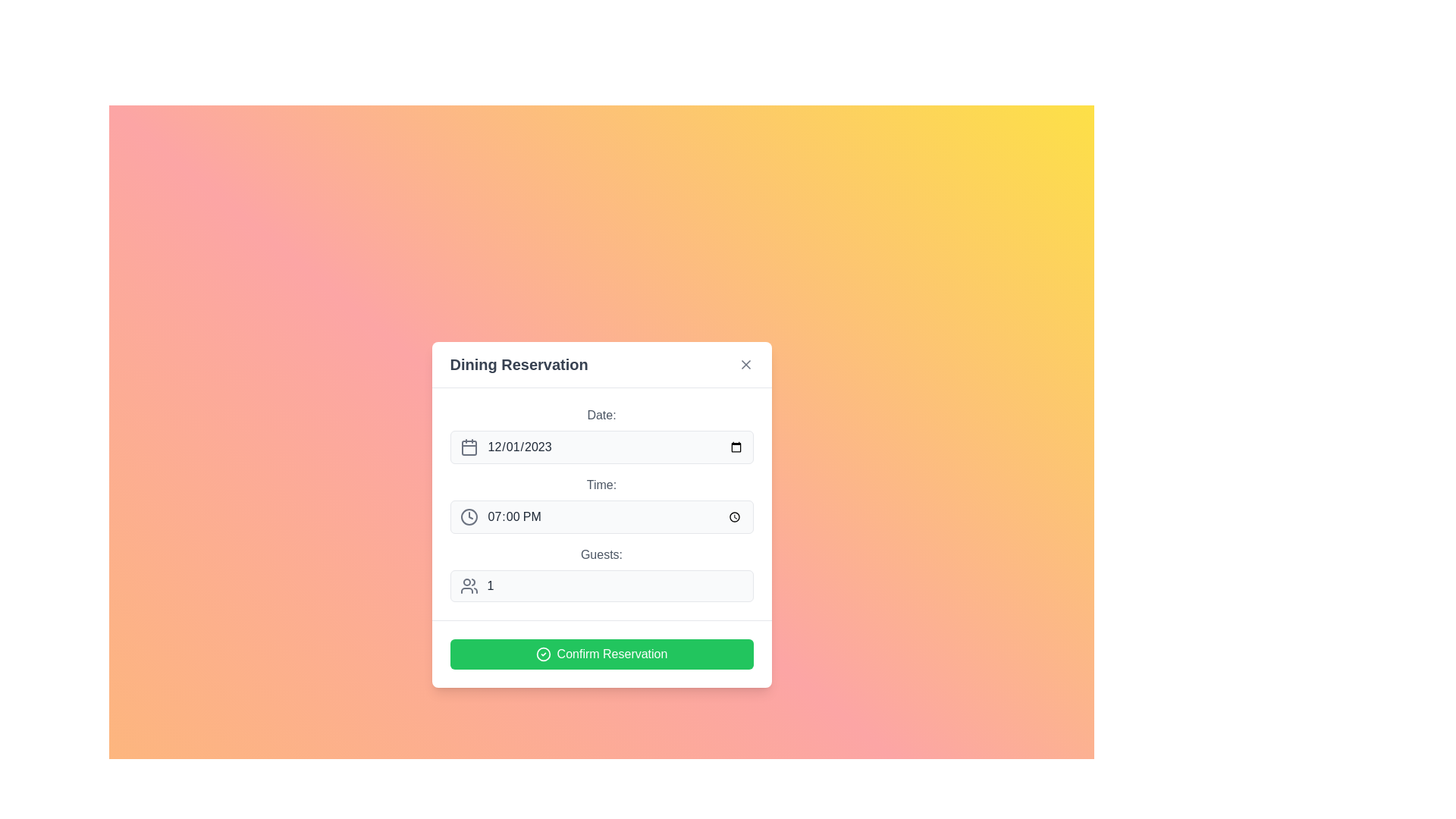 This screenshot has height=819, width=1456. I want to click on the time input field labeled 'Time:' in the 'Dining Reservation' panel to open a time picker, so click(601, 505).